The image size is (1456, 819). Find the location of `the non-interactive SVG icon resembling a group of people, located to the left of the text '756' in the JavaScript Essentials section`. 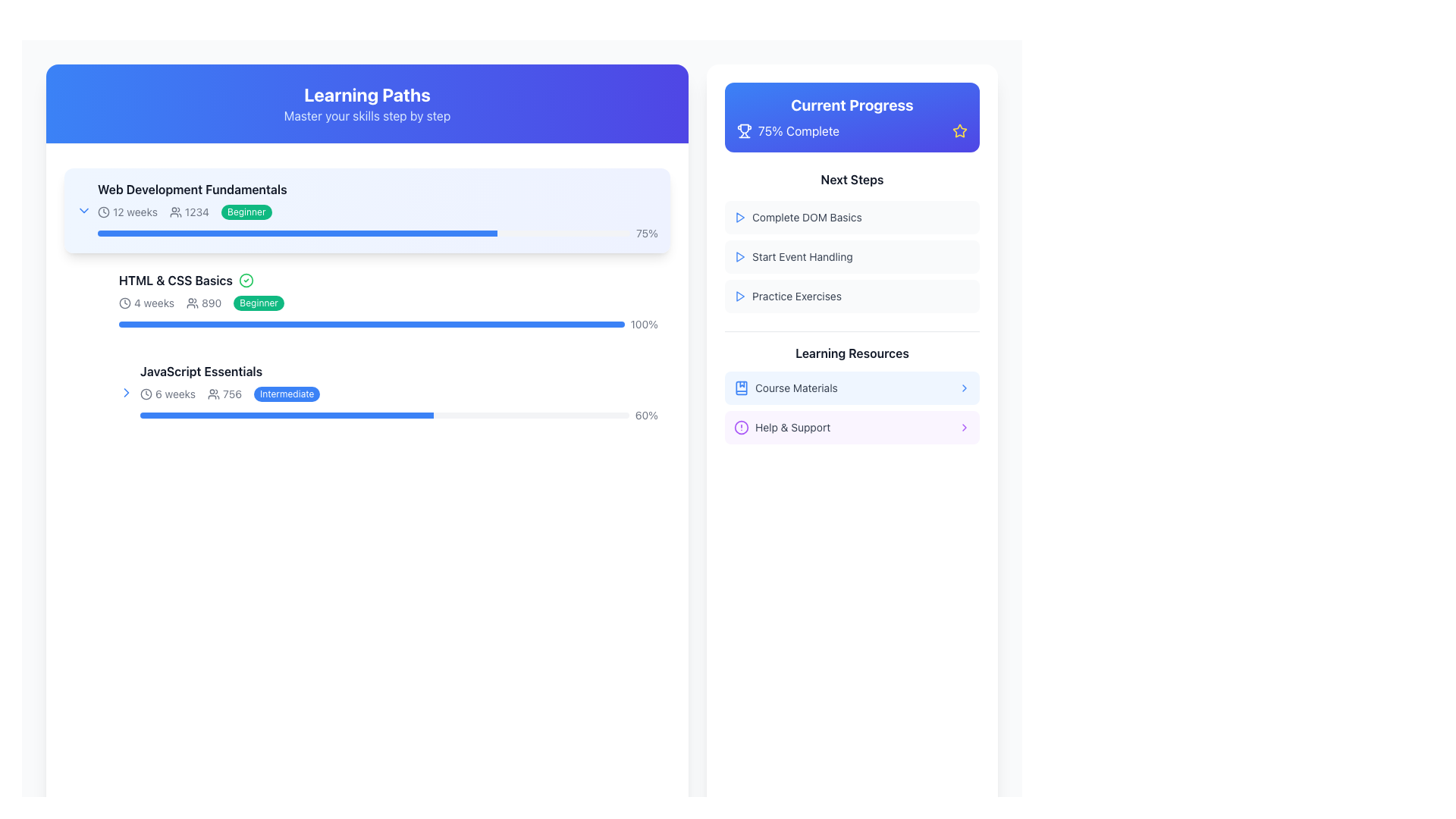

the non-interactive SVG icon resembling a group of people, located to the left of the text '756' in the JavaScript Essentials section is located at coordinates (213, 394).